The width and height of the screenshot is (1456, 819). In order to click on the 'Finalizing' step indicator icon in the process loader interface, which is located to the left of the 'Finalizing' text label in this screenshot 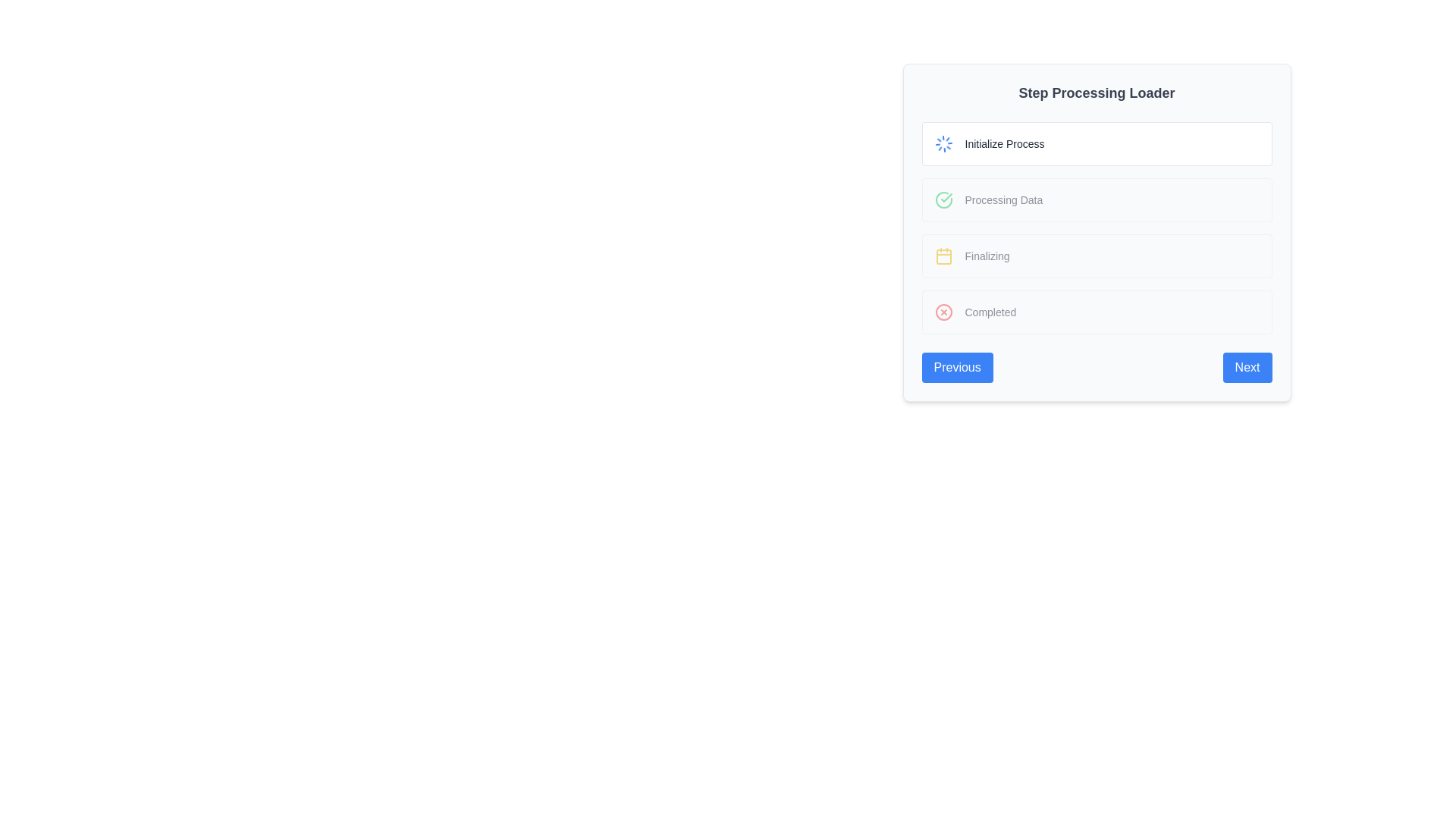, I will do `click(943, 256)`.